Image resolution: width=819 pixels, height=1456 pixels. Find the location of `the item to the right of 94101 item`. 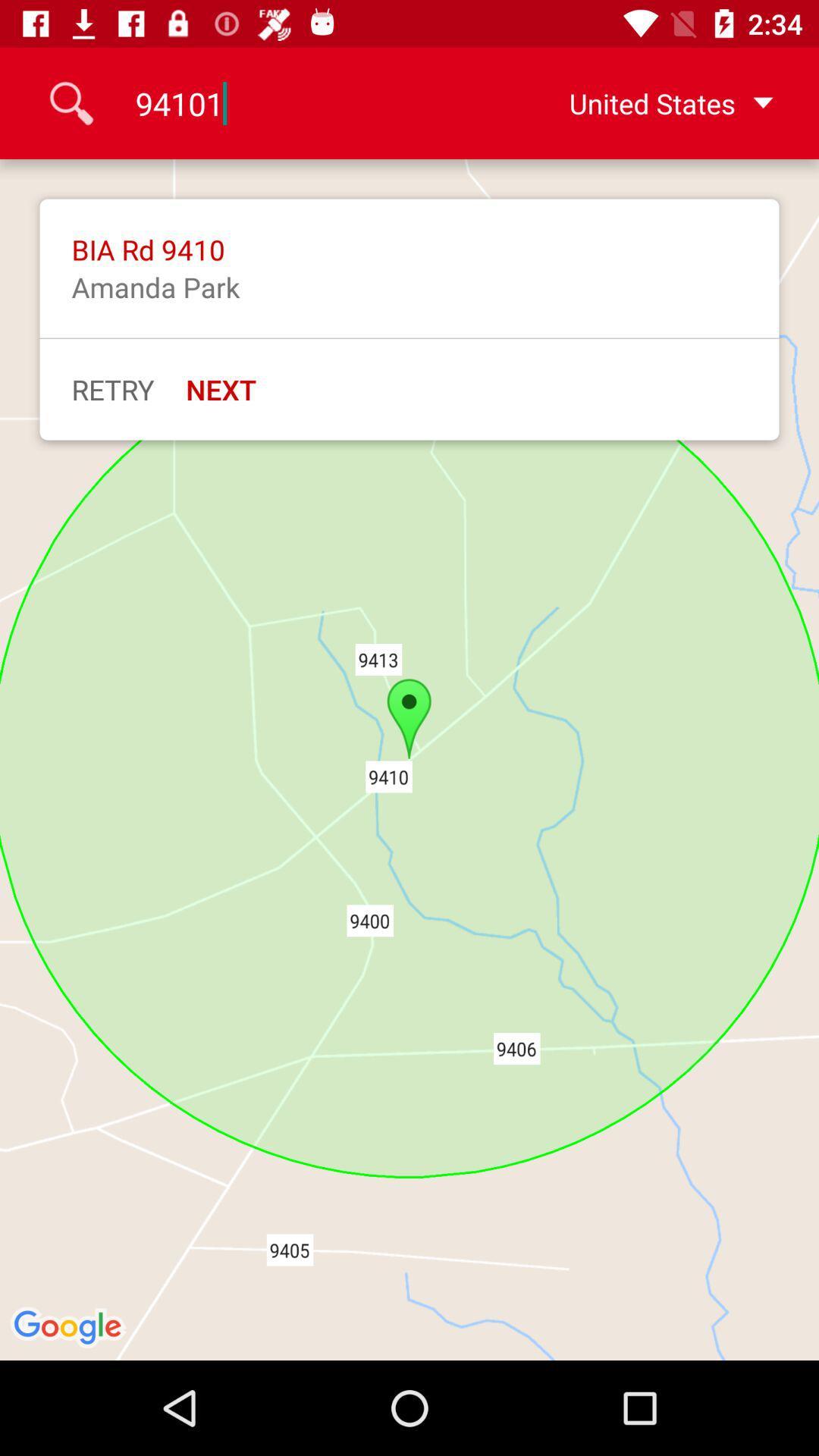

the item to the right of 94101 item is located at coordinates (647, 102).